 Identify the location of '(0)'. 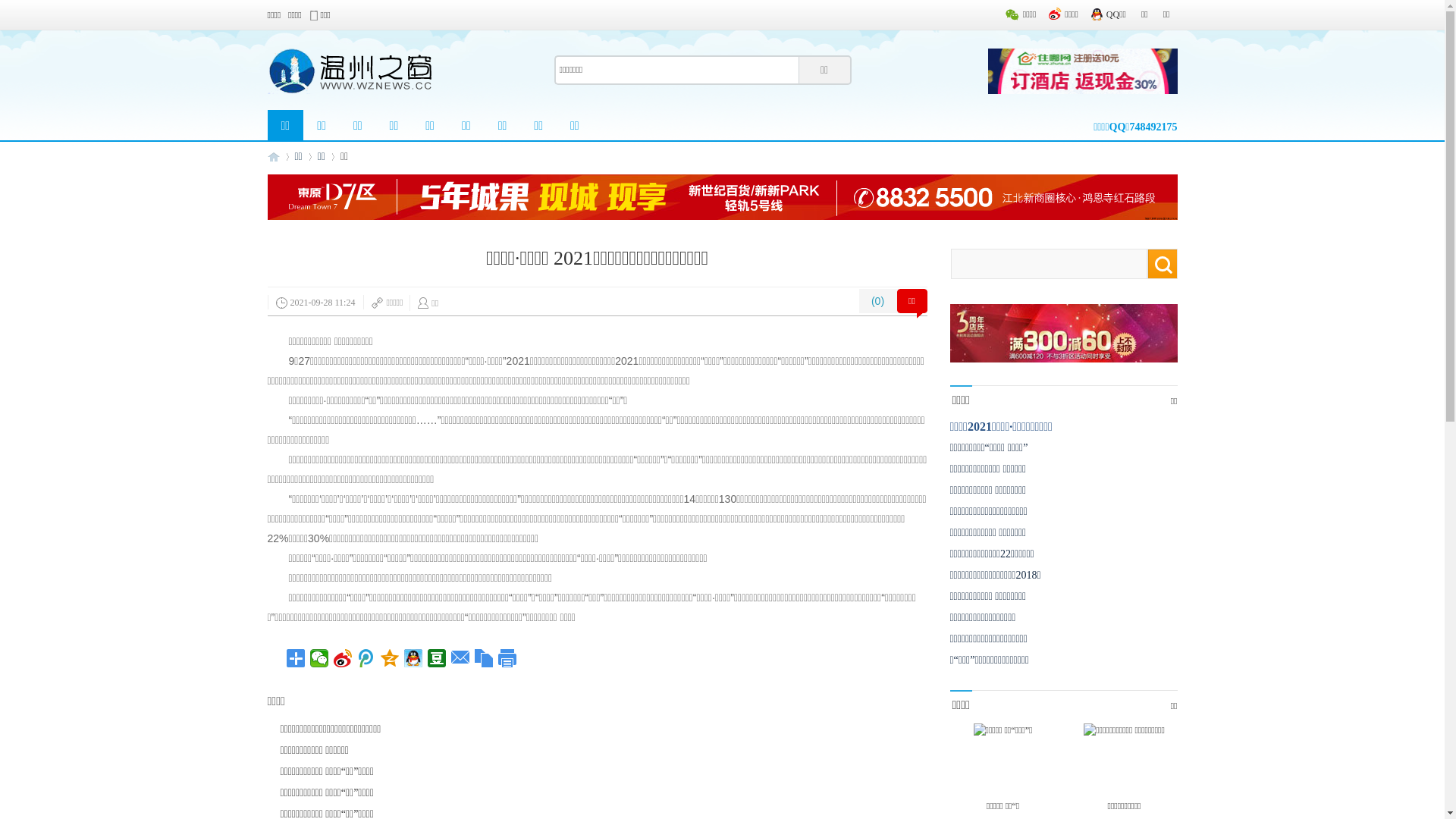
(877, 301).